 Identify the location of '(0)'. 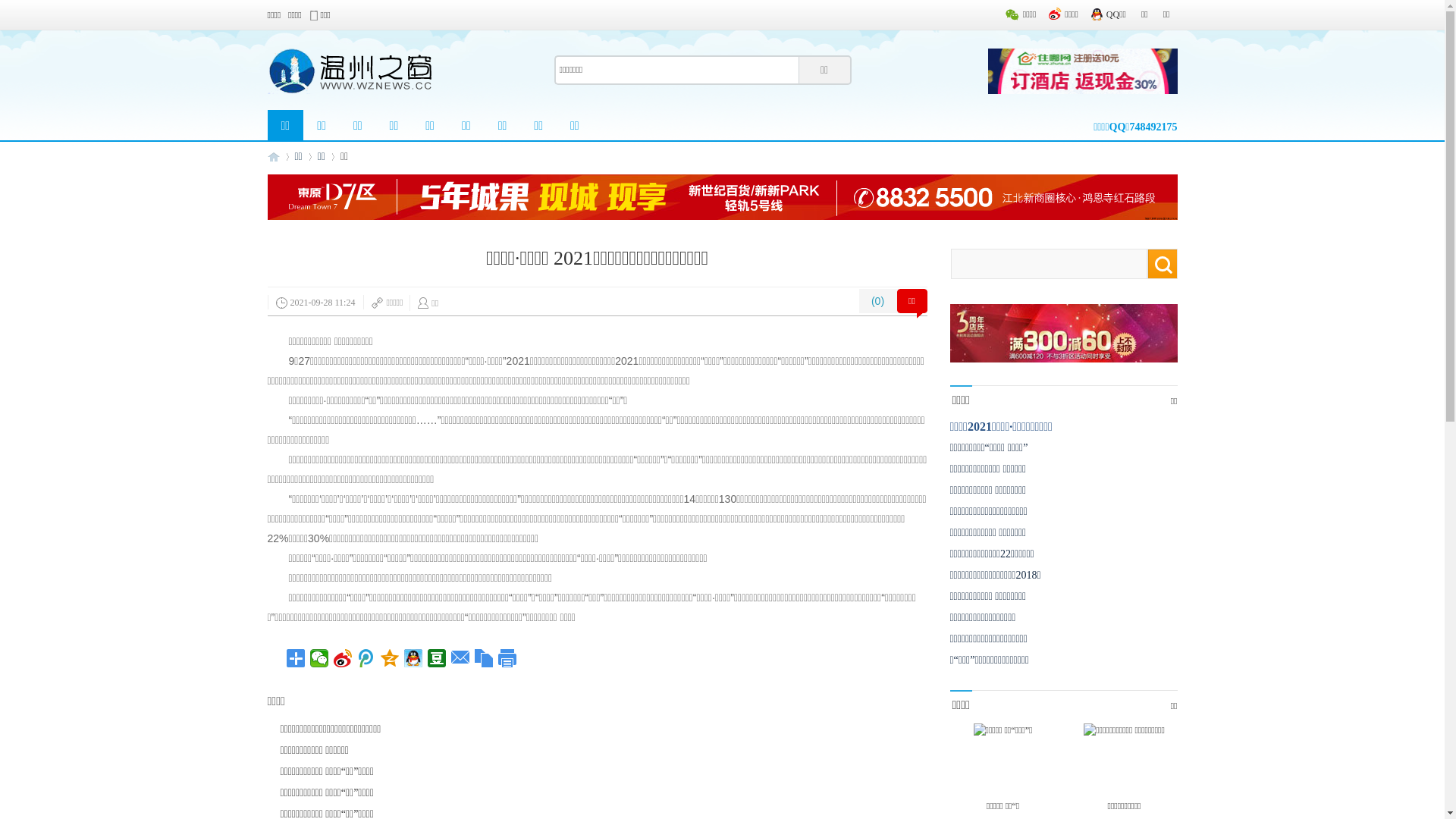
(877, 301).